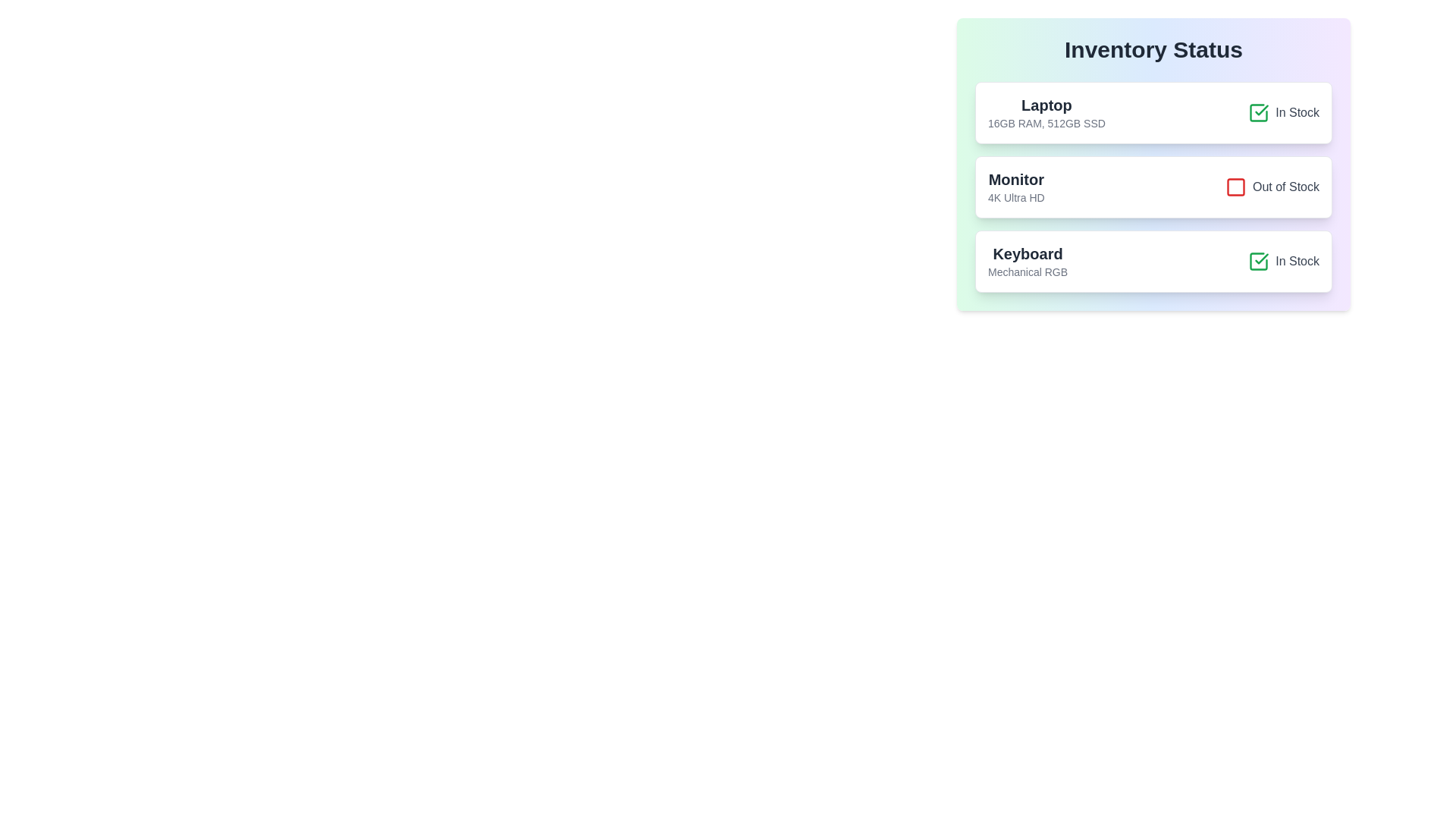 The height and width of the screenshot is (819, 1456). I want to click on the text label indicating that the monitor is not available in stock, located to the right of a square red icon in the inventory status list, so click(1285, 186).